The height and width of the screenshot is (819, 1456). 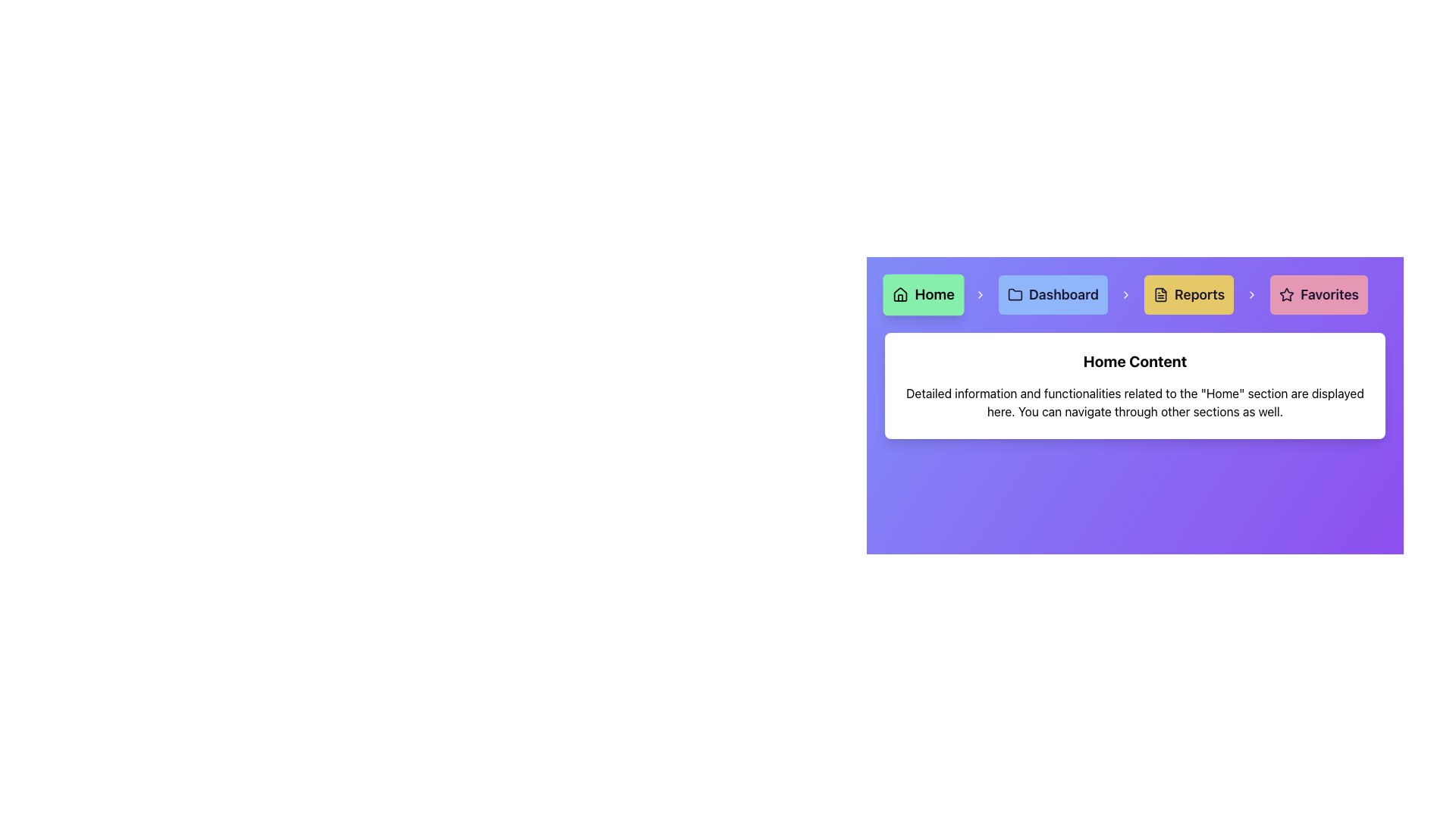 What do you see at coordinates (1329, 295) in the screenshot?
I see `the 'Favorites' text label located in the fourth navigation button with a pink background, positioned to the right of a star icon` at bounding box center [1329, 295].